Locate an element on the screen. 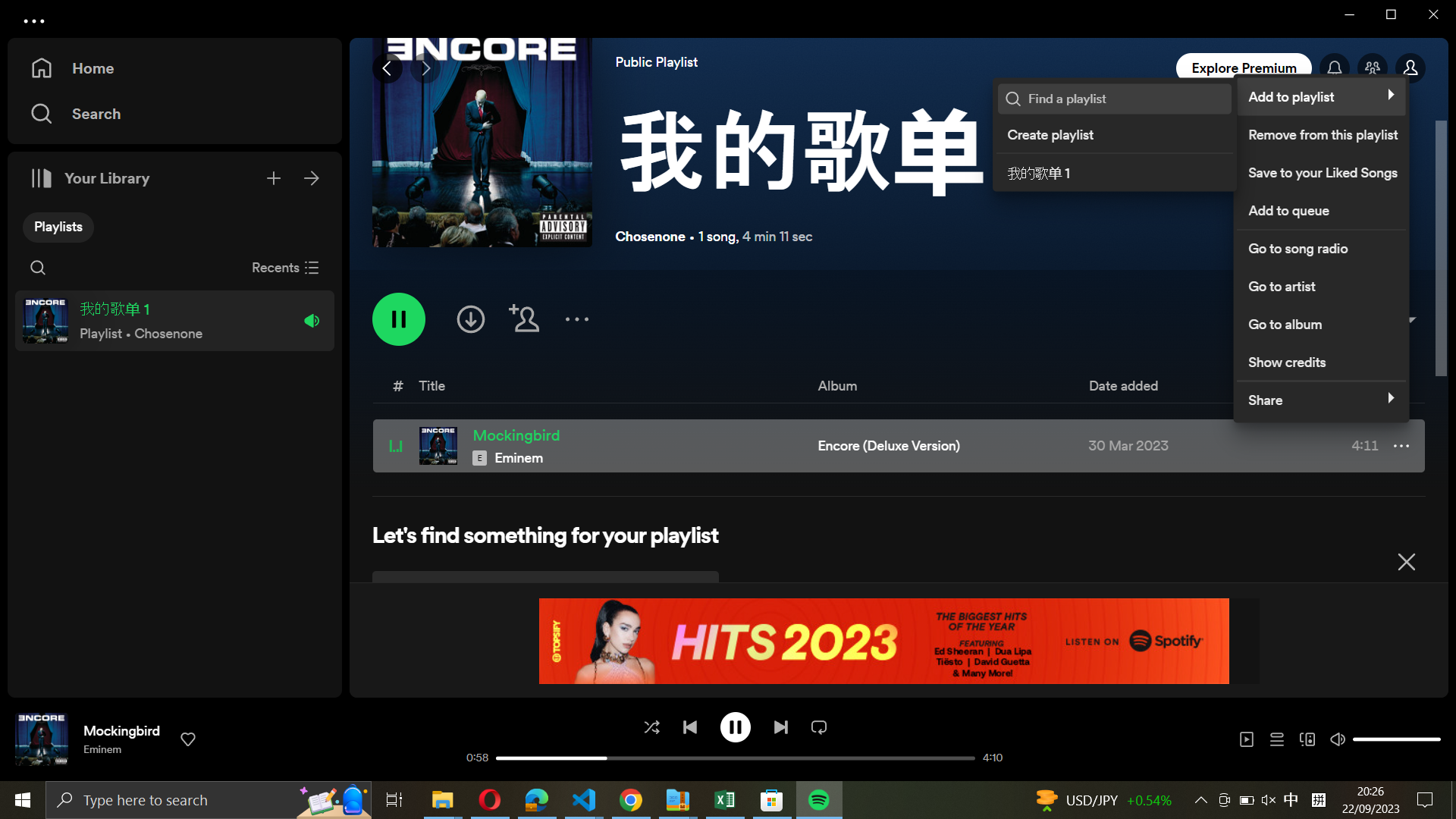 The image size is (1456, 819). Search my favorite playlist is located at coordinates (1125, 99).